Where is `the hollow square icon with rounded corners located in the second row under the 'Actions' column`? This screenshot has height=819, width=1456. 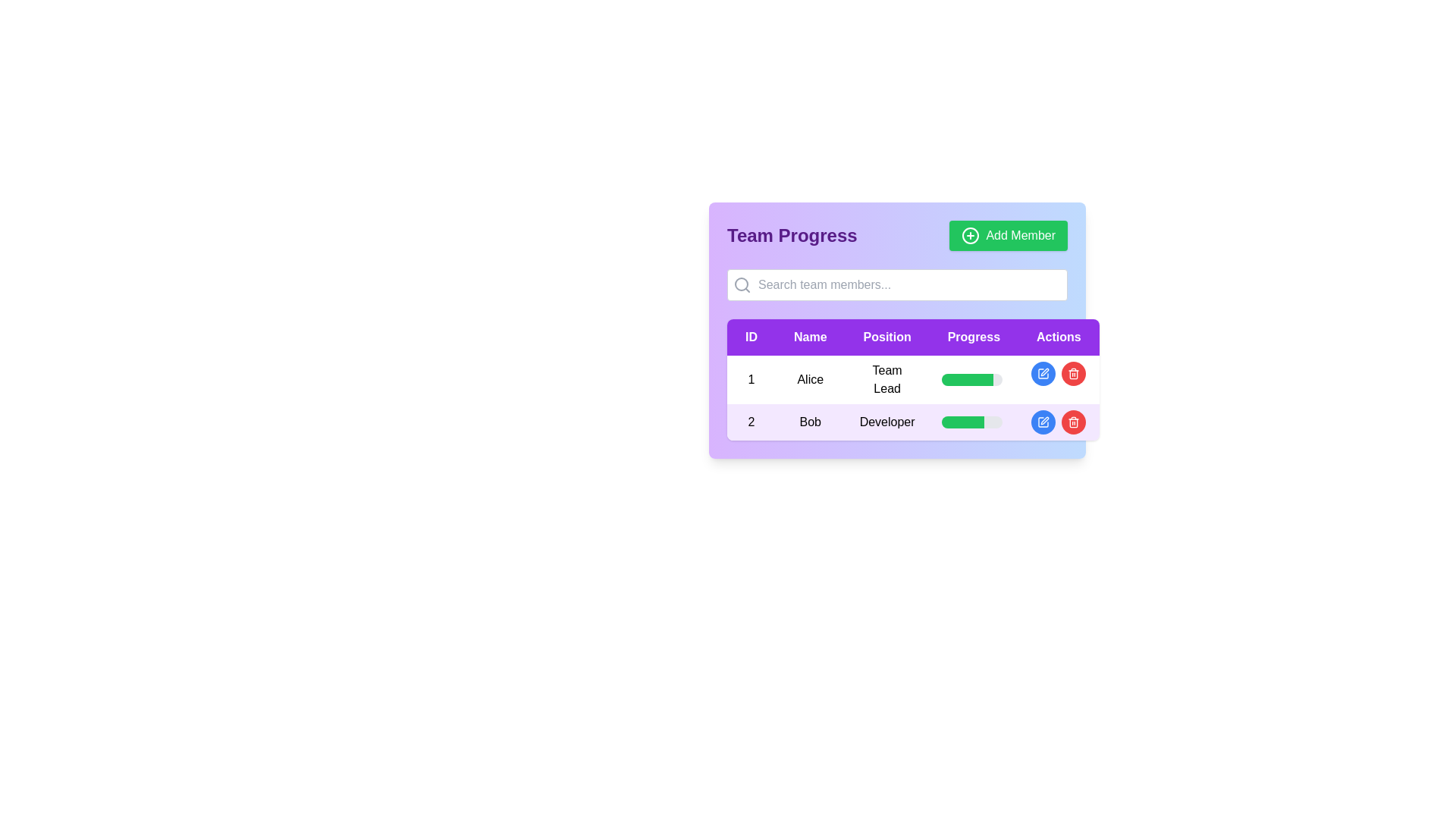
the hollow square icon with rounded corners located in the second row under the 'Actions' column is located at coordinates (1043, 374).